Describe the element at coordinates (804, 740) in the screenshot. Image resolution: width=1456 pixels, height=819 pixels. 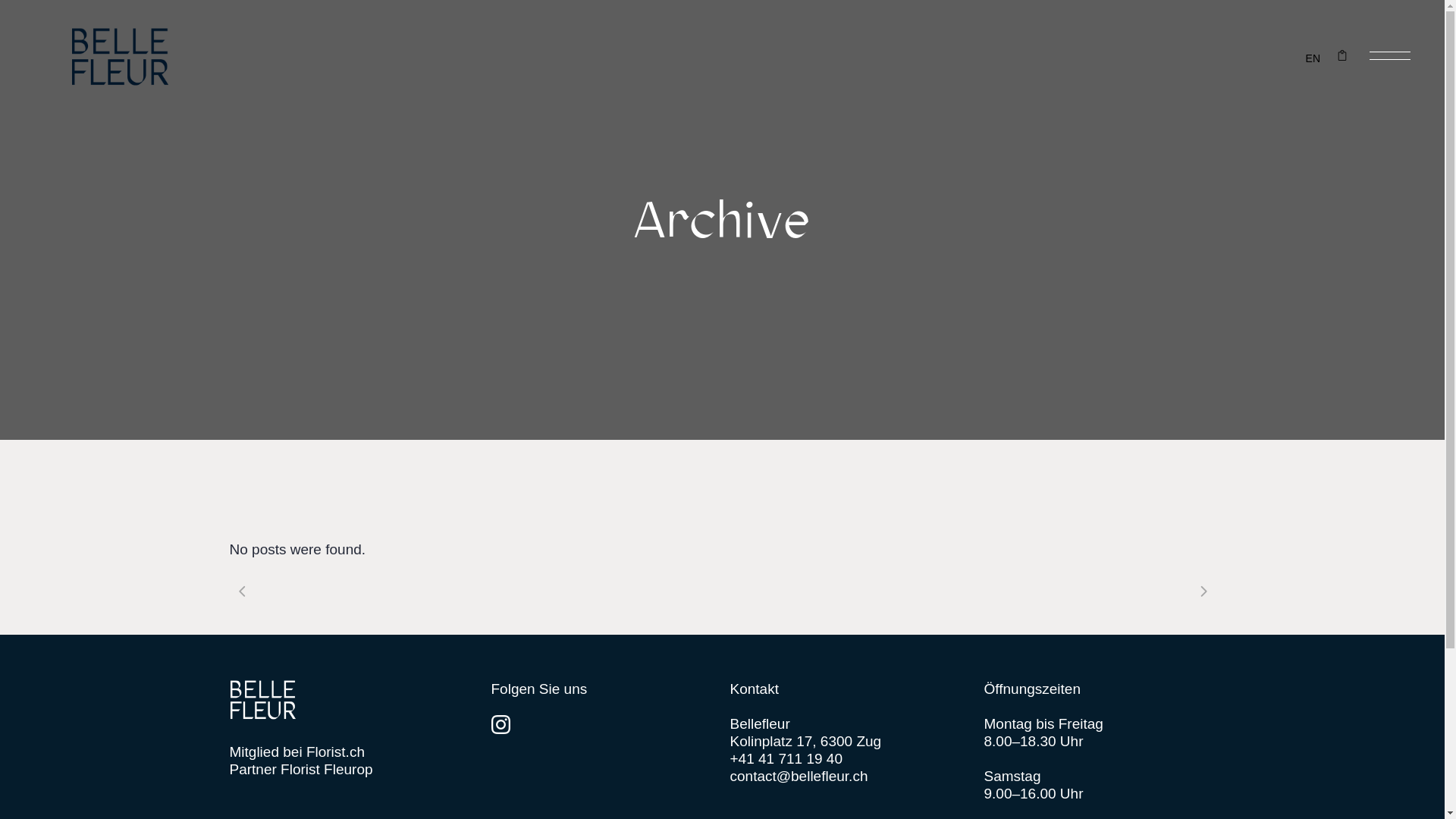
I see `'Kolinplatz 17, 6300 Zug'` at that location.